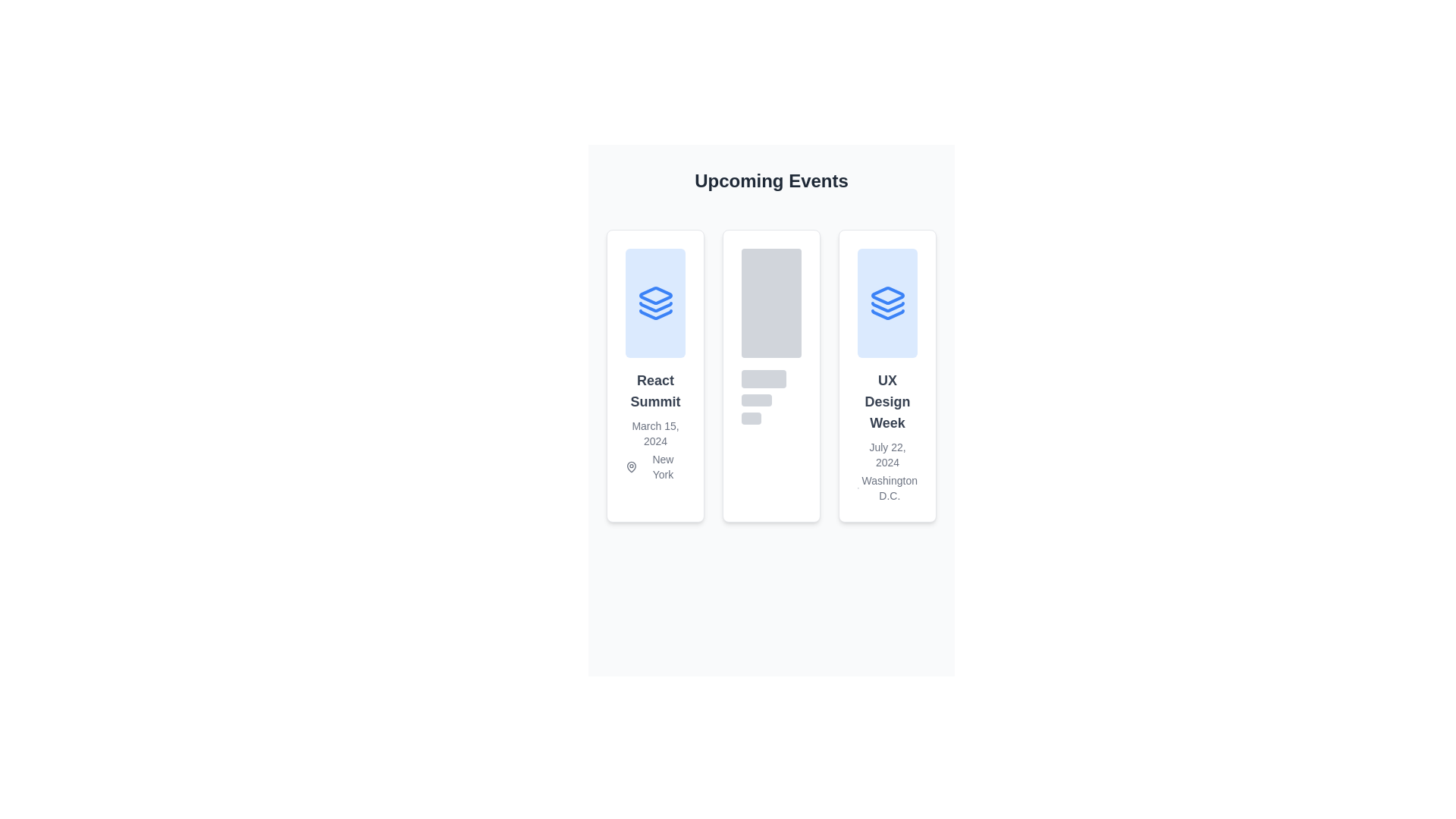 This screenshot has height=819, width=1456. What do you see at coordinates (655, 391) in the screenshot?
I see `bold and large text element that reads 'React Summit', located in the leftmost card under 'Upcoming Events'` at bounding box center [655, 391].